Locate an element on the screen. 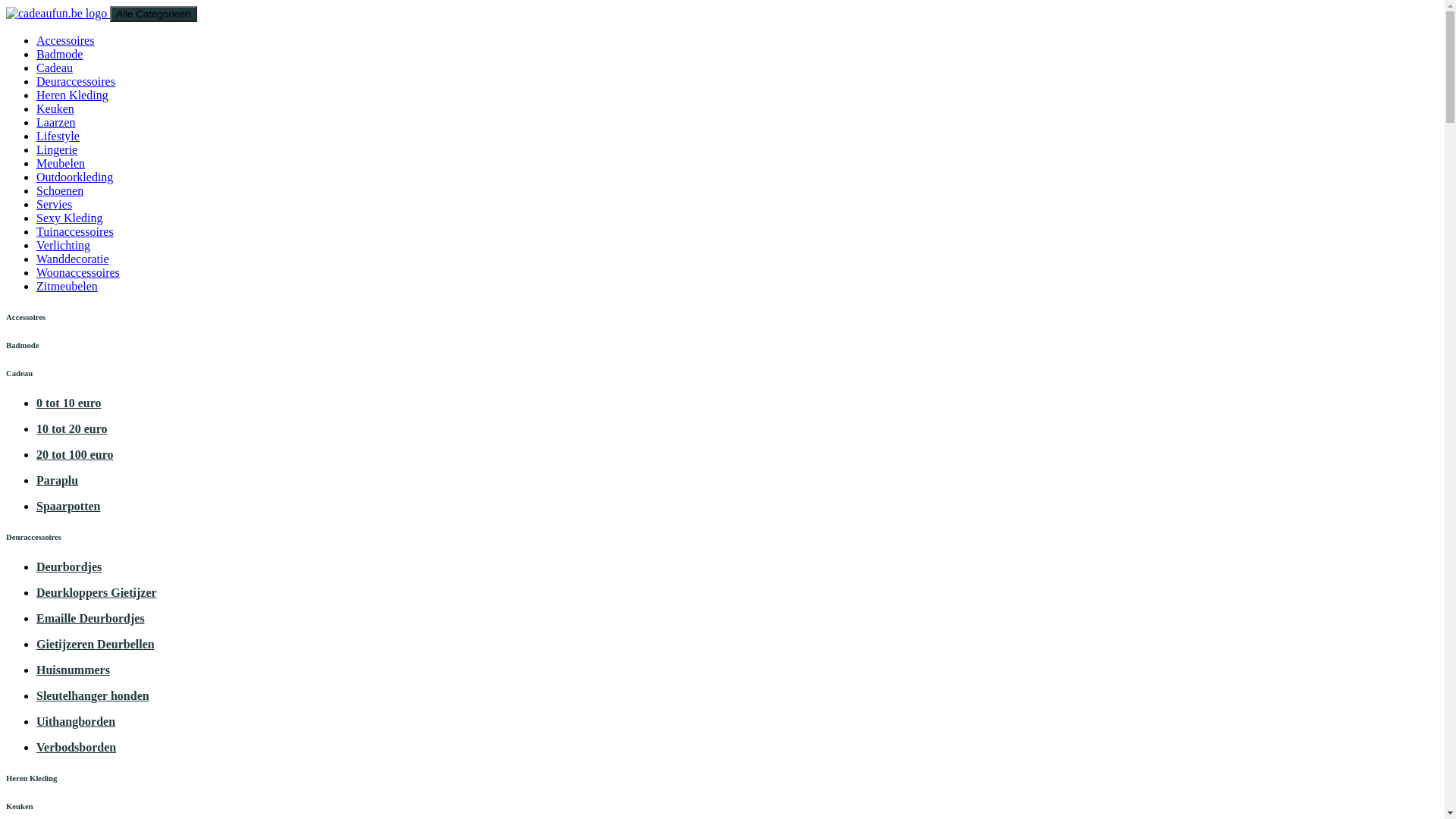 The height and width of the screenshot is (819, 1456). 'Lifestyle' is located at coordinates (58, 135).